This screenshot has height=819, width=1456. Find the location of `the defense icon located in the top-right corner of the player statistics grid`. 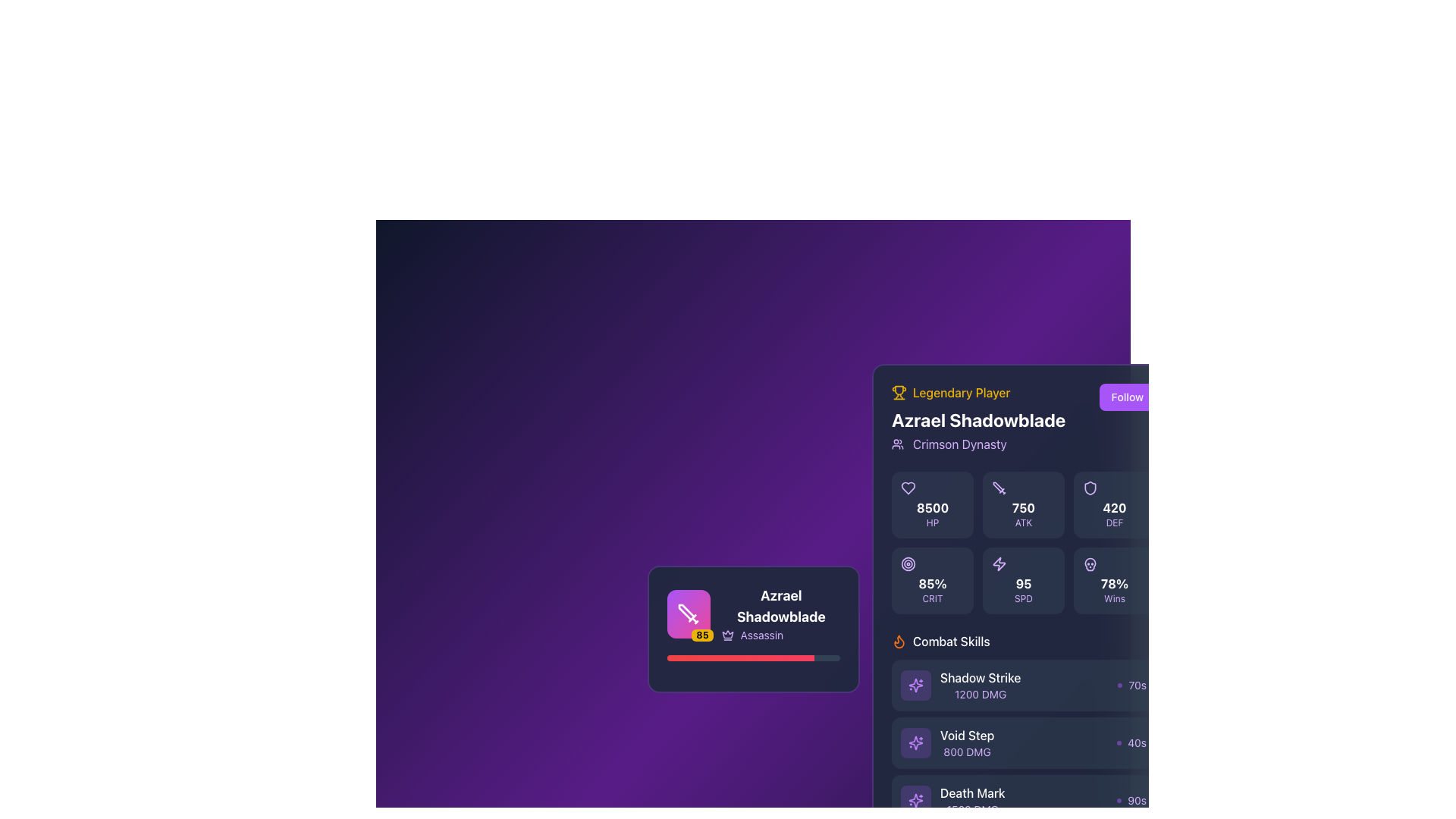

the defense icon located in the top-right corner of the player statistics grid is located at coordinates (1089, 488).